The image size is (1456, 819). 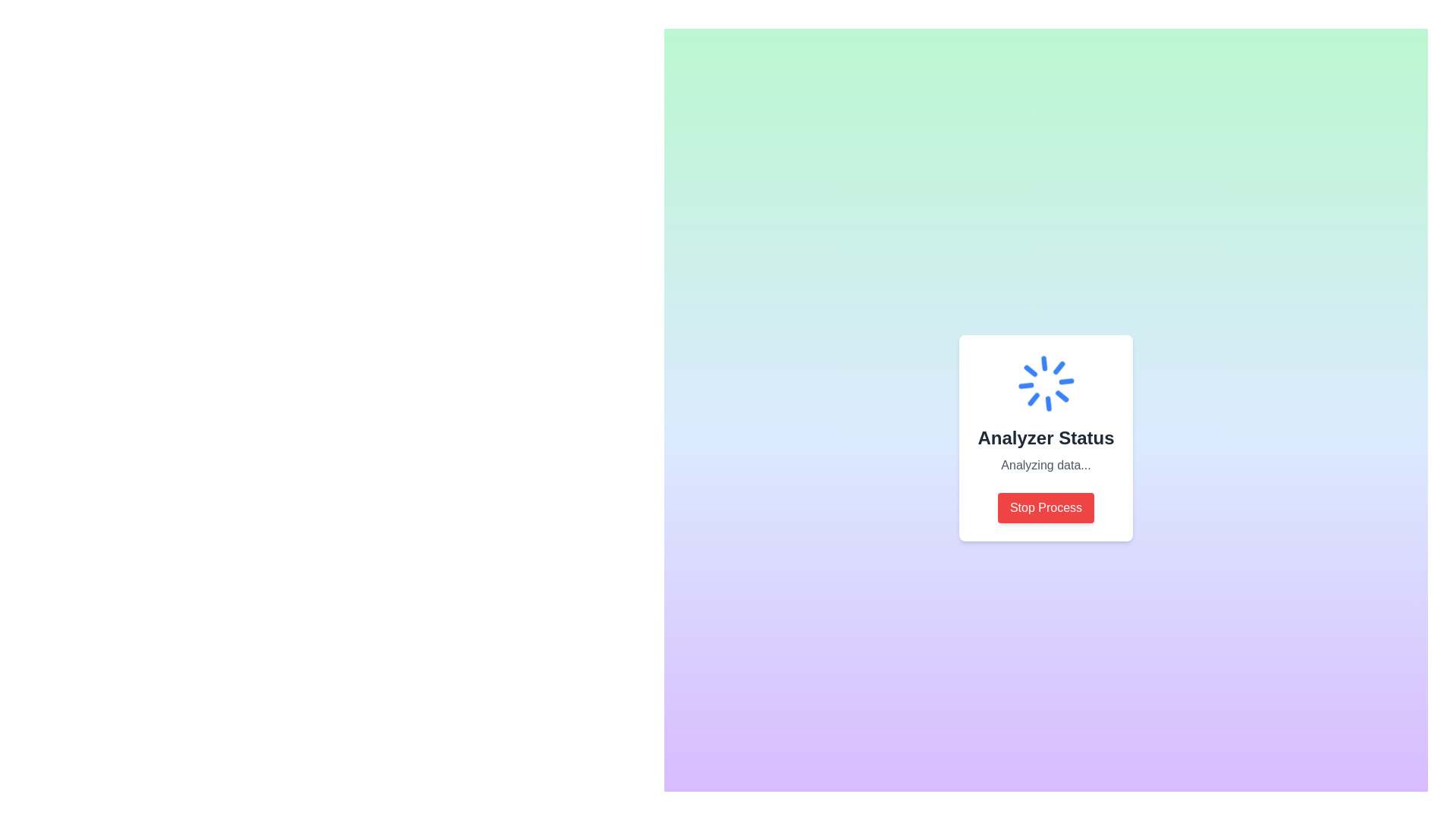 What do you see at coordinates (1045, 464) in the screenshot?
I see `the text label displaying 'Analyzing data...' located within the 'Analyzer Status' panel` at bounding box center [1045, 464].